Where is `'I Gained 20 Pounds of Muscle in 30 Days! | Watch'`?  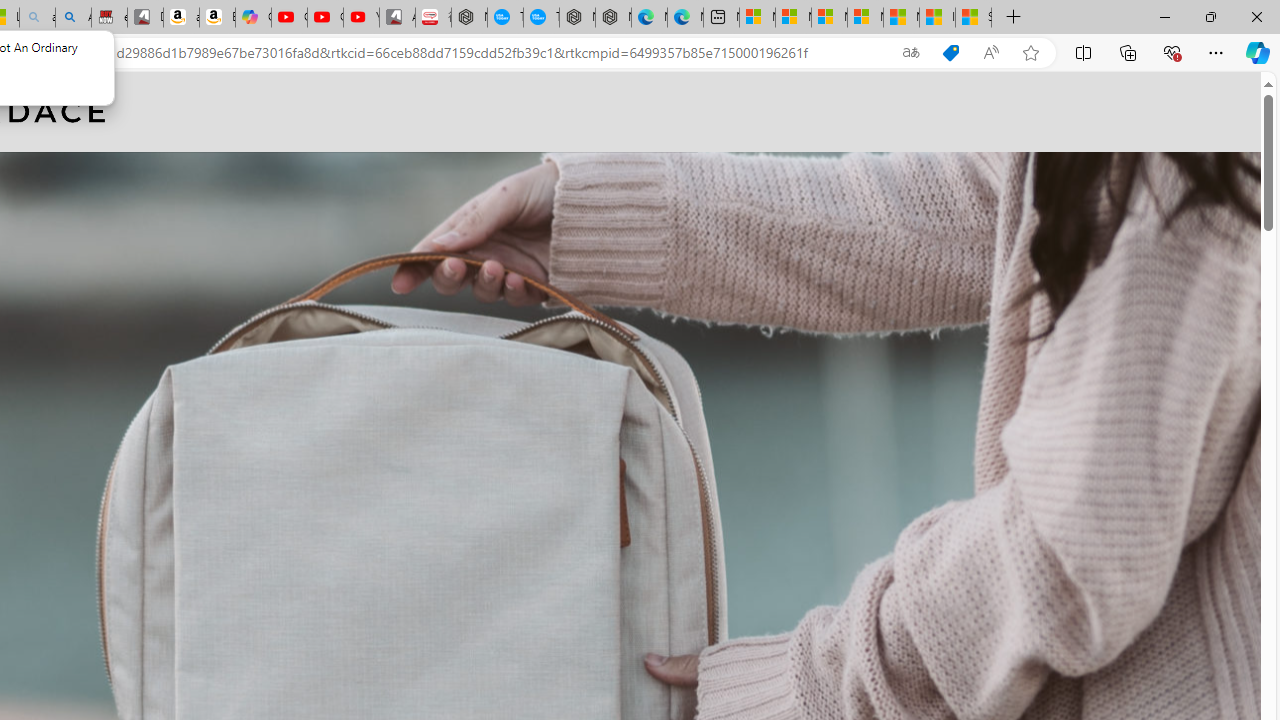
'I Gained 20 Pounds of Muscle in 30 Days! | Watch' is located at coordinates (936, 17).